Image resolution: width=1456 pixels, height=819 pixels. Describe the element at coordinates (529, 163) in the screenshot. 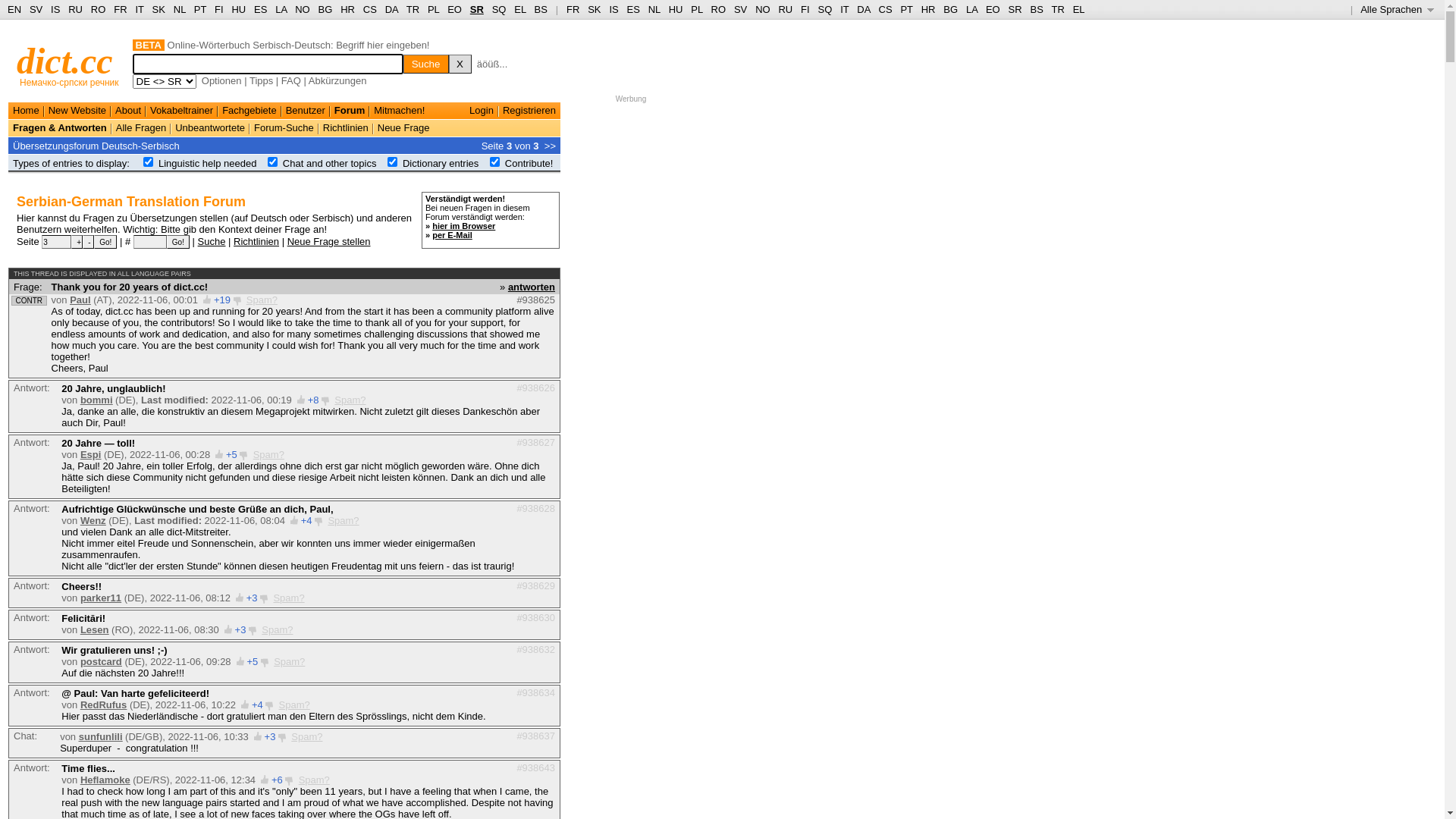

I see `'Contribute!'` at that location.